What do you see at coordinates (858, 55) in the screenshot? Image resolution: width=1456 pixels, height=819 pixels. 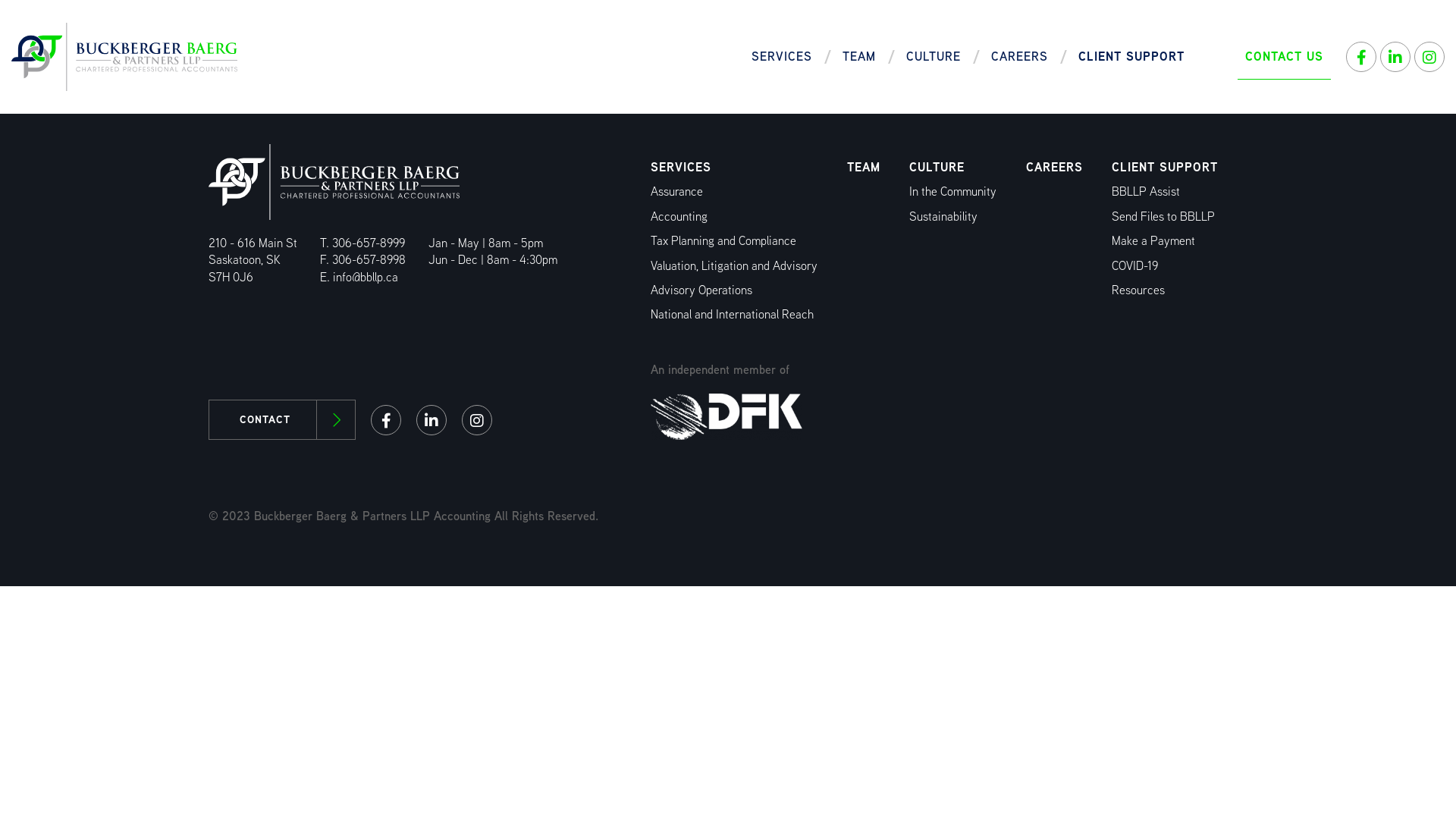 I see `'TEAM'` at bounding box center [858, 55].